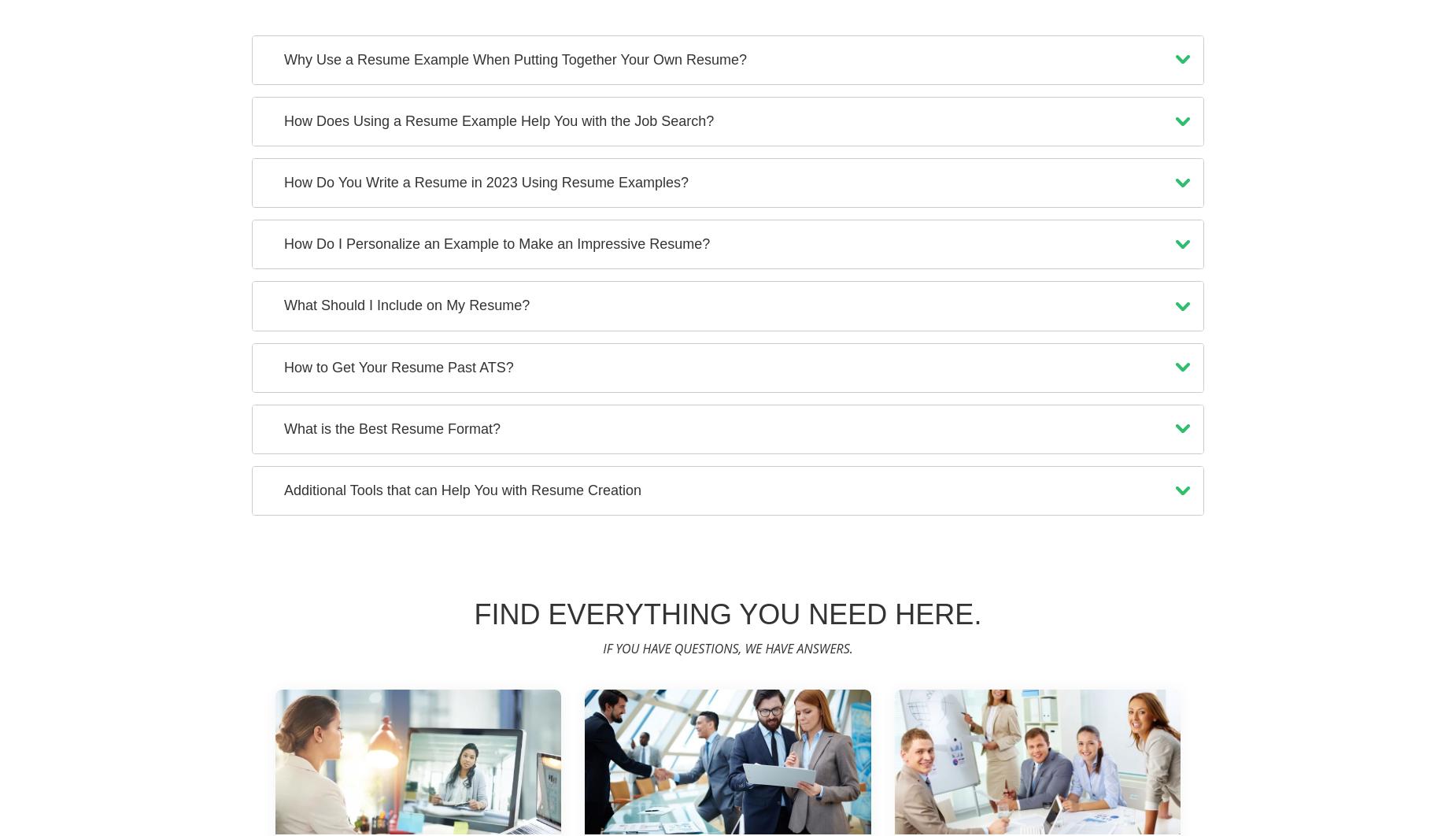  I want to click on 'How Do I Personalize an Example to Make an Impressive Resume?', so click(497, 242).